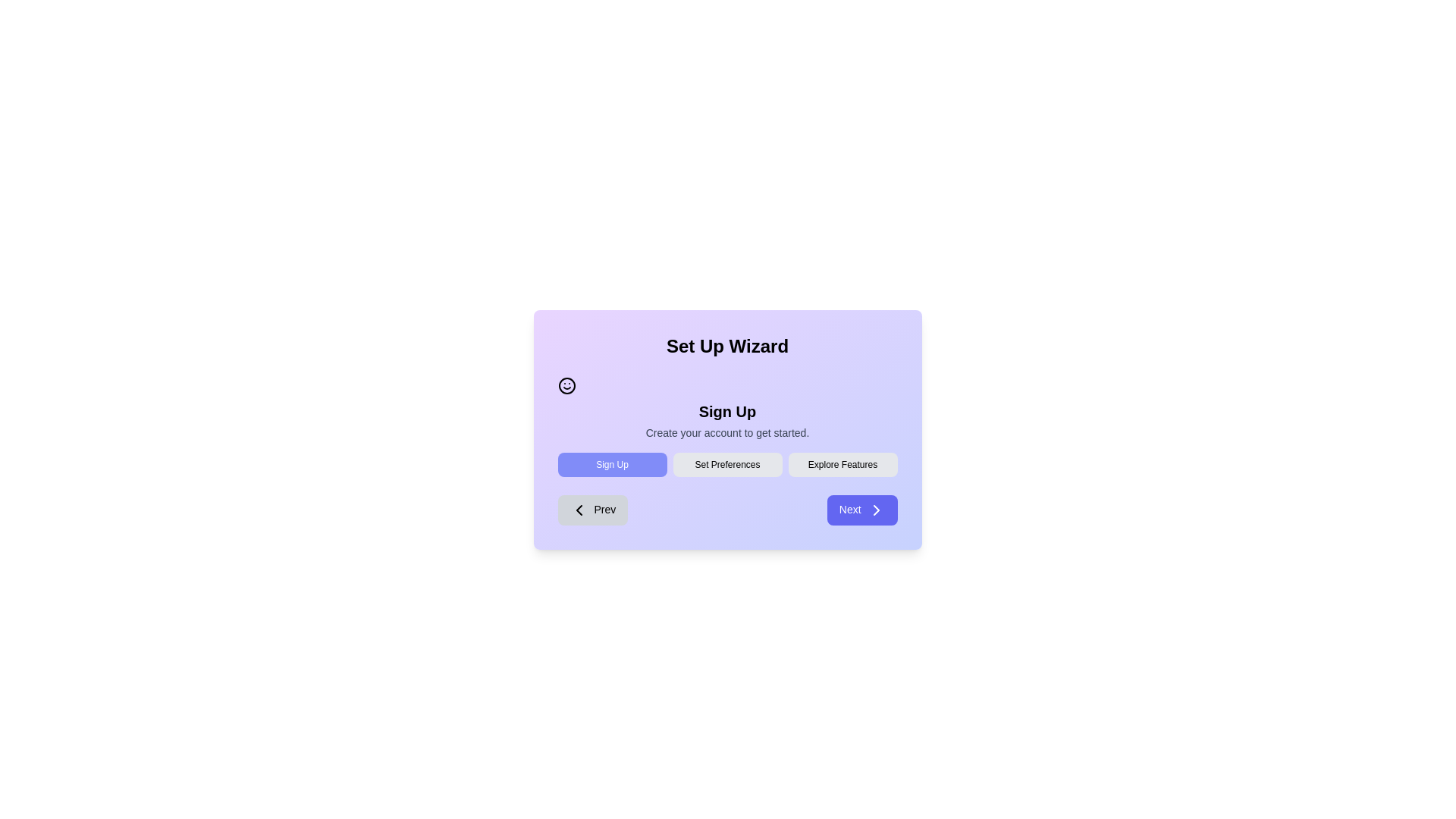 This screenshot has height=819, width=1456. I want to click on text label 'Explore Features' located within the button styled with 'p-2 rounded-lg text-center cursor-pointer transition-all bg-gray-200 hover:bg-gray-300', so click(842, 464).